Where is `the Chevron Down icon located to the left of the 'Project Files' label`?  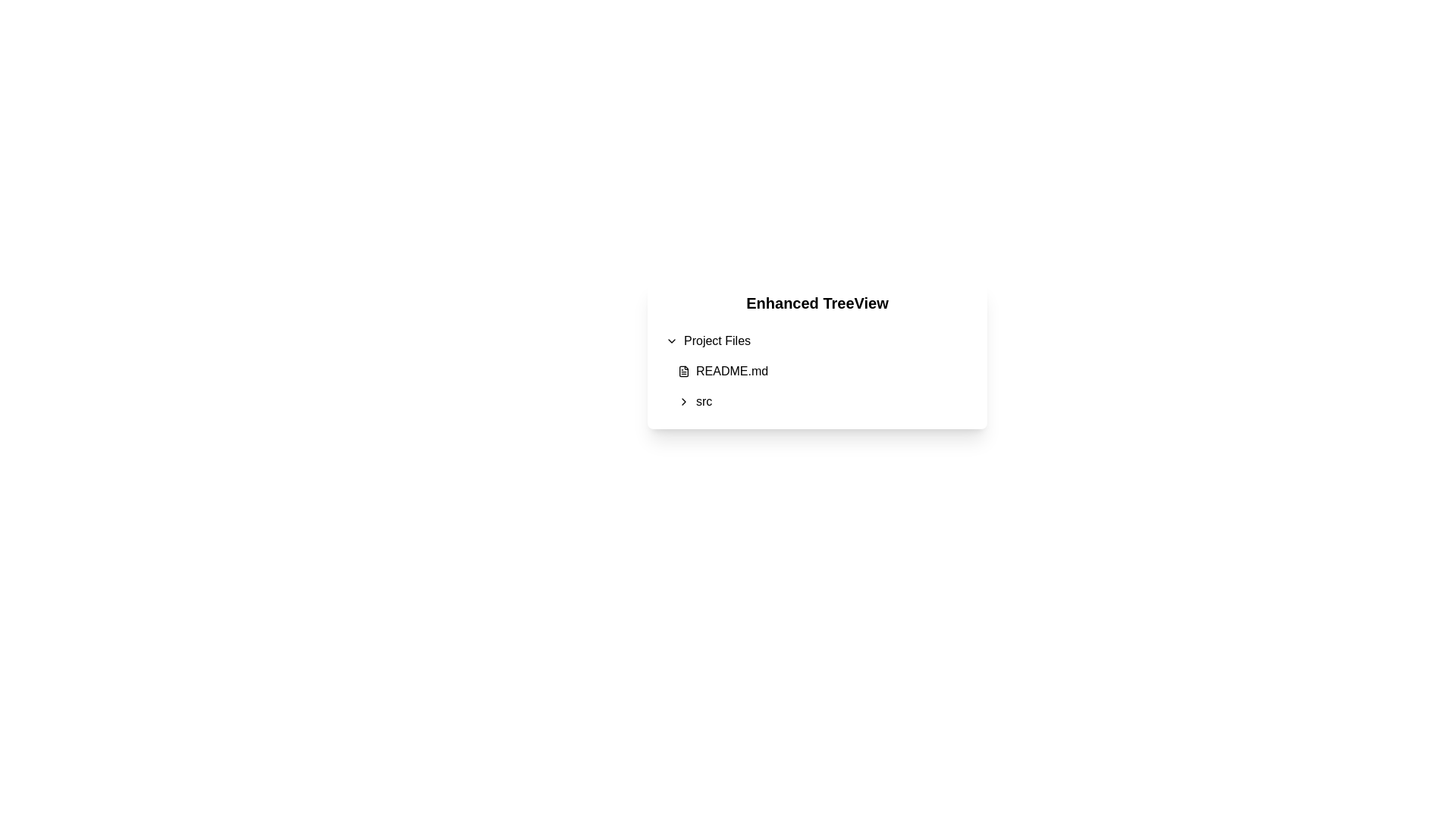
the Chevron Down icon located to the left of the 'Project Files' label is located at coordinates (671, 341).